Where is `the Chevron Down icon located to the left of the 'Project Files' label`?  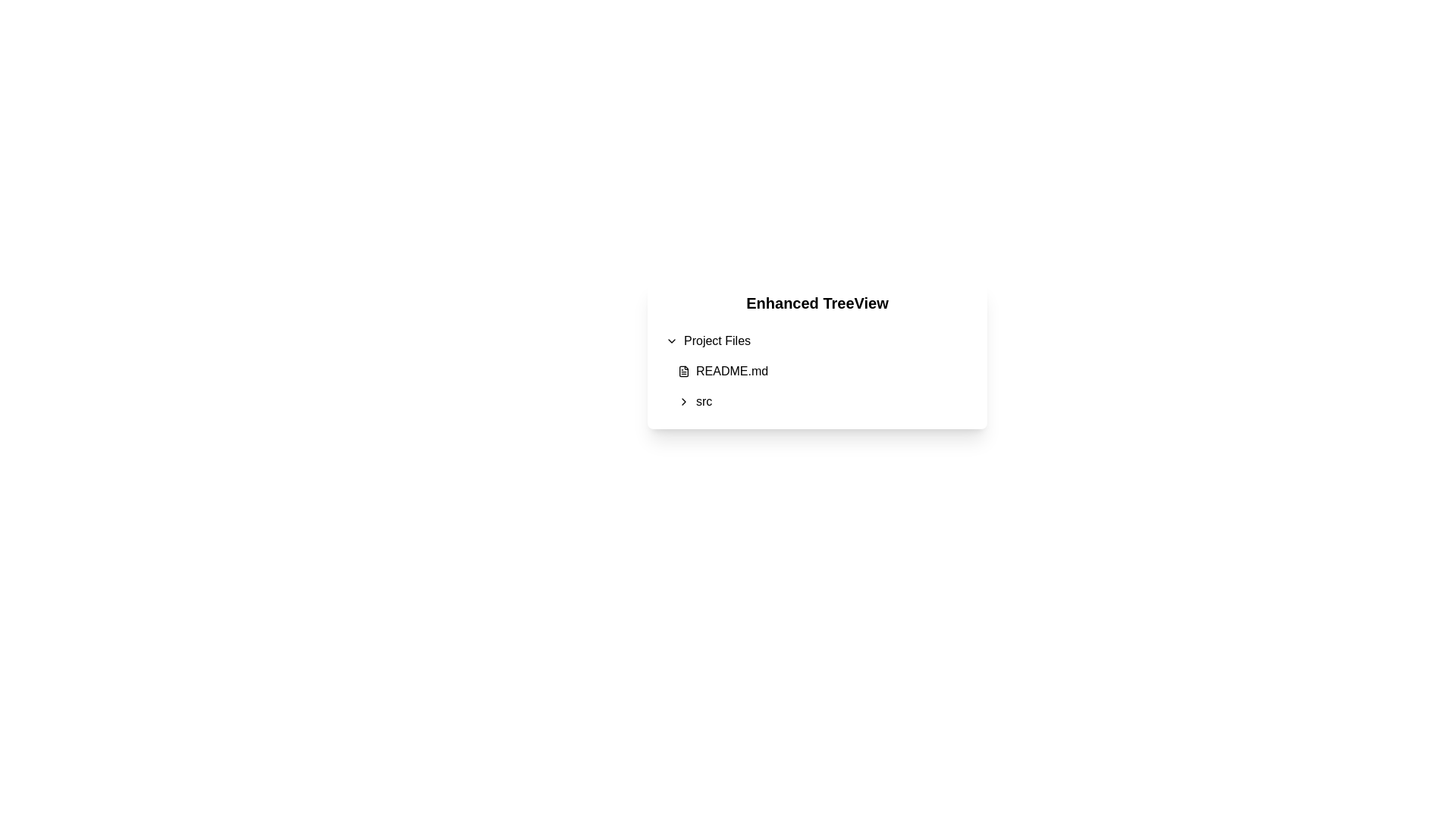
the Chevron Down icon located to the left of the 'Project Files' label is located at coordinates (671, 341).